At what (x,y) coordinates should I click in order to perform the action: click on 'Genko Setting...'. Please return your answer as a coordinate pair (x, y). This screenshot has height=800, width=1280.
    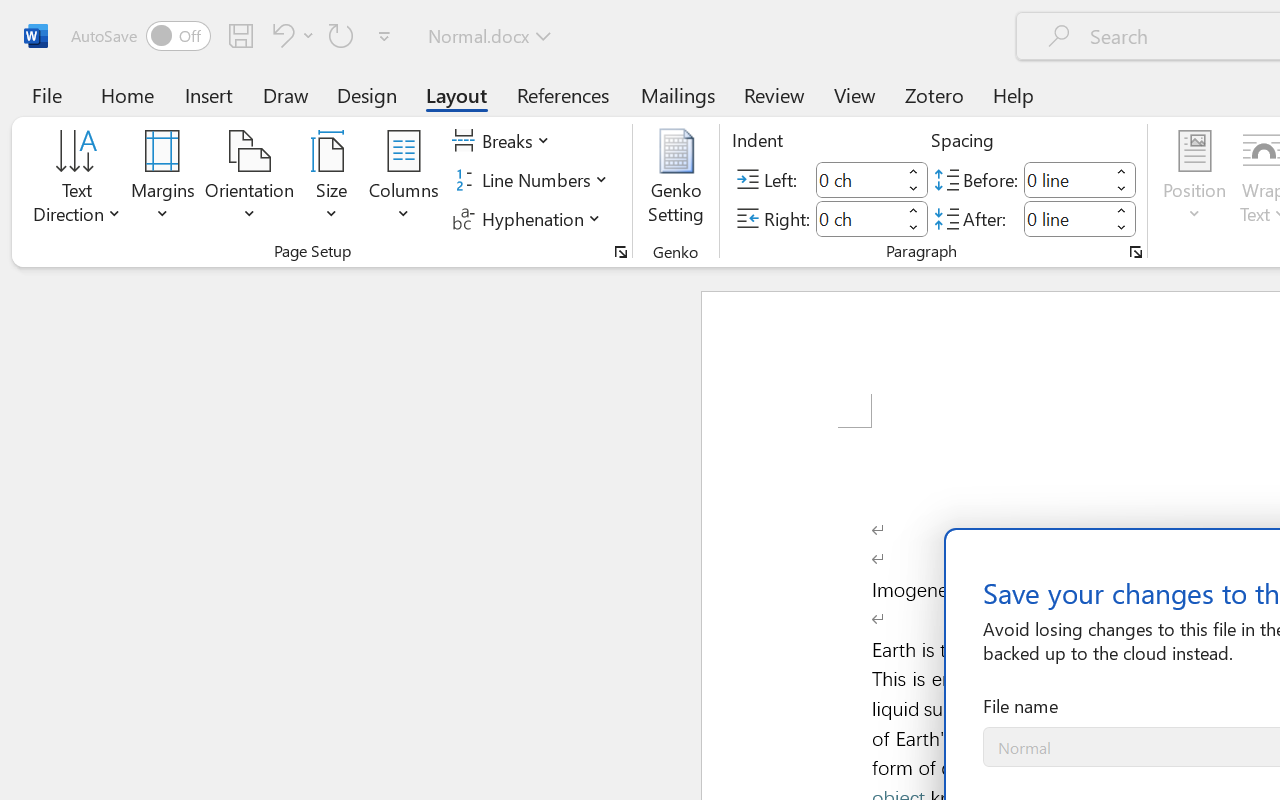
    Looking at the image, I should click on (676, 179).